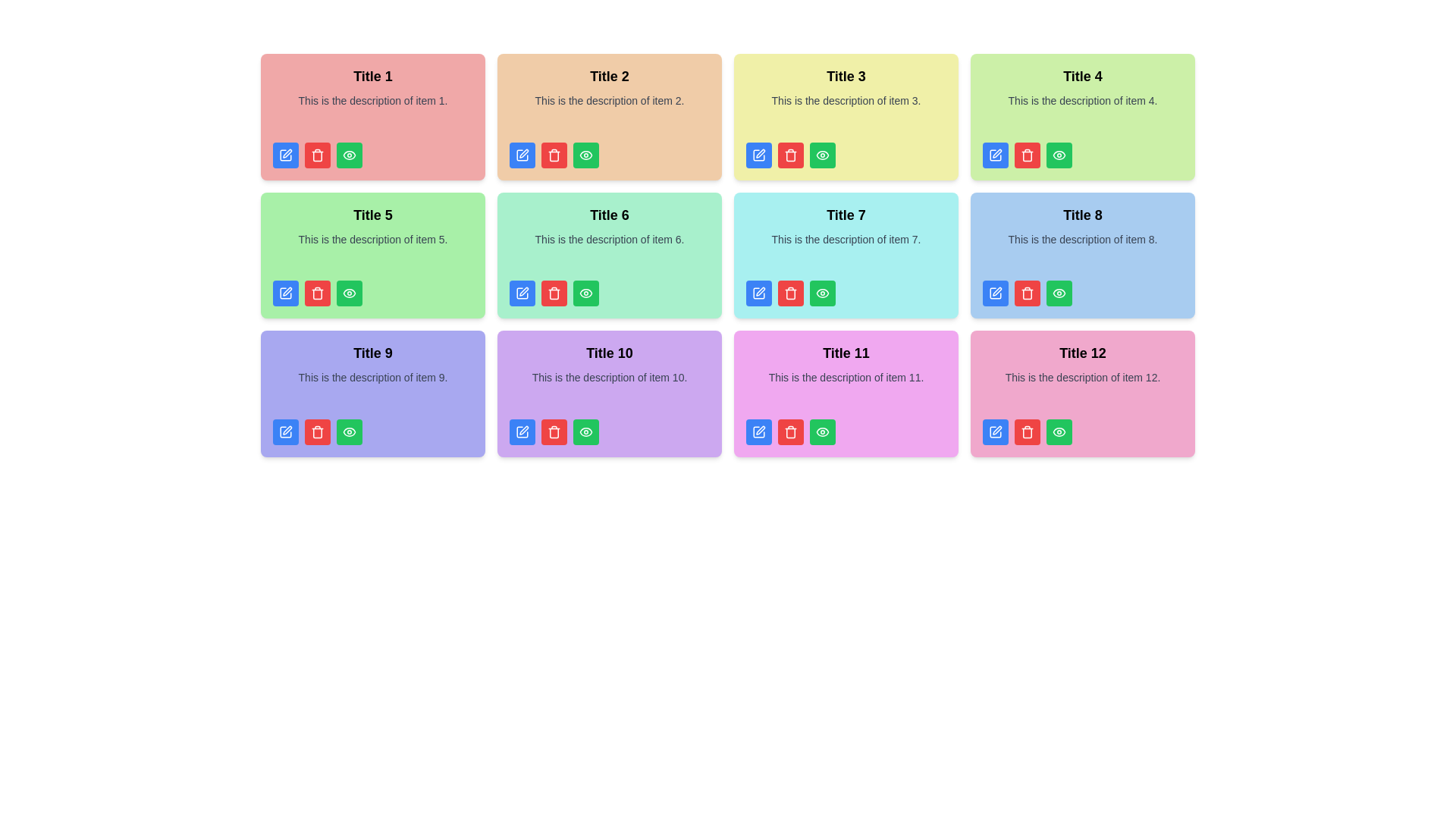 The image size is (1456, 819). I want to click on one of the interactive buttons in the horizontal section of the purple card labeled 'Title 9', located in the bottom part of the card, so click(372, 431).